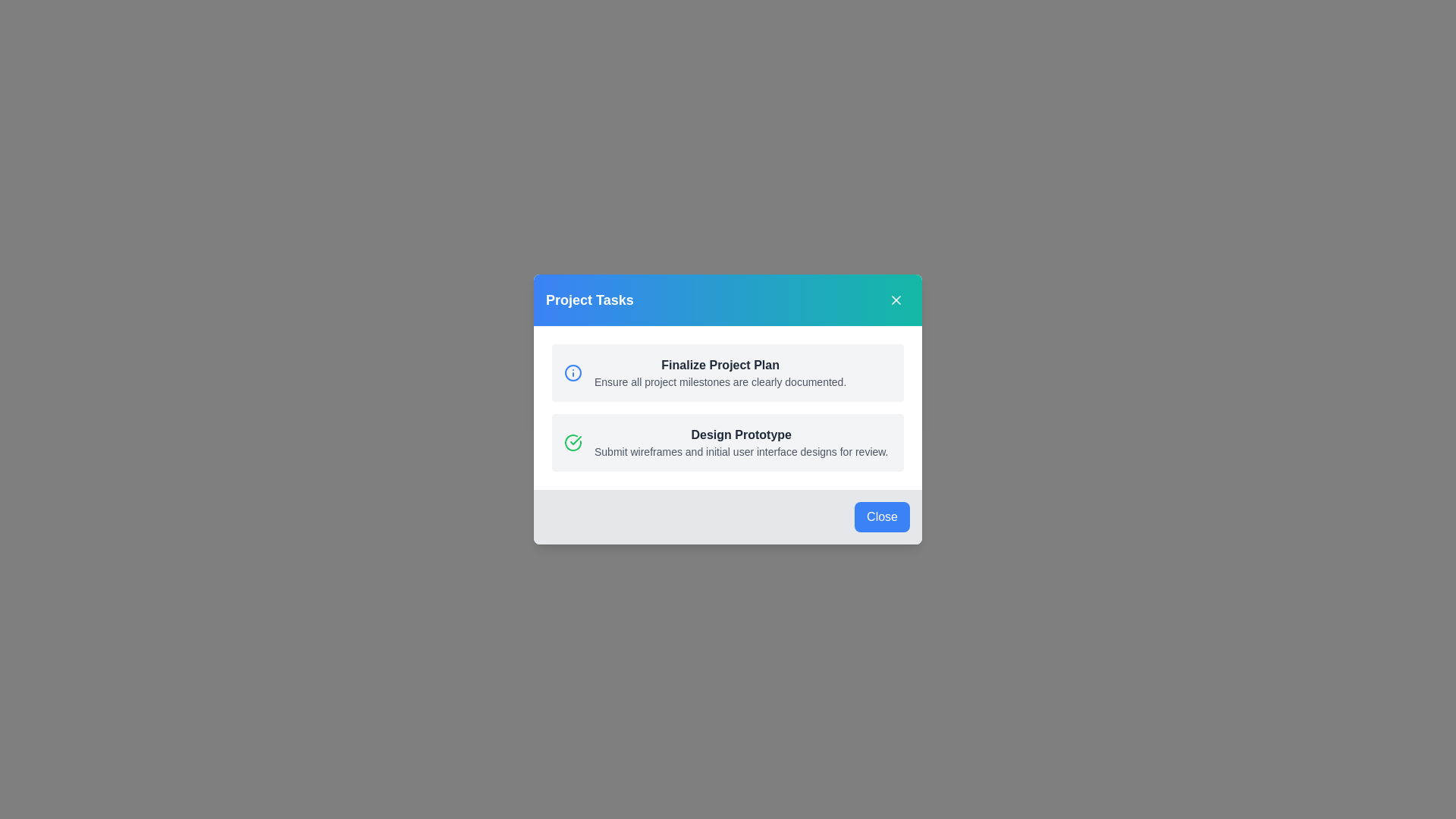 Image resolution: width=1456 pixels, height=819 pixels. Describe the element at coordinates (882, 516) in the screenshot. I see `the 'Close' button to close the dialog` at that location.